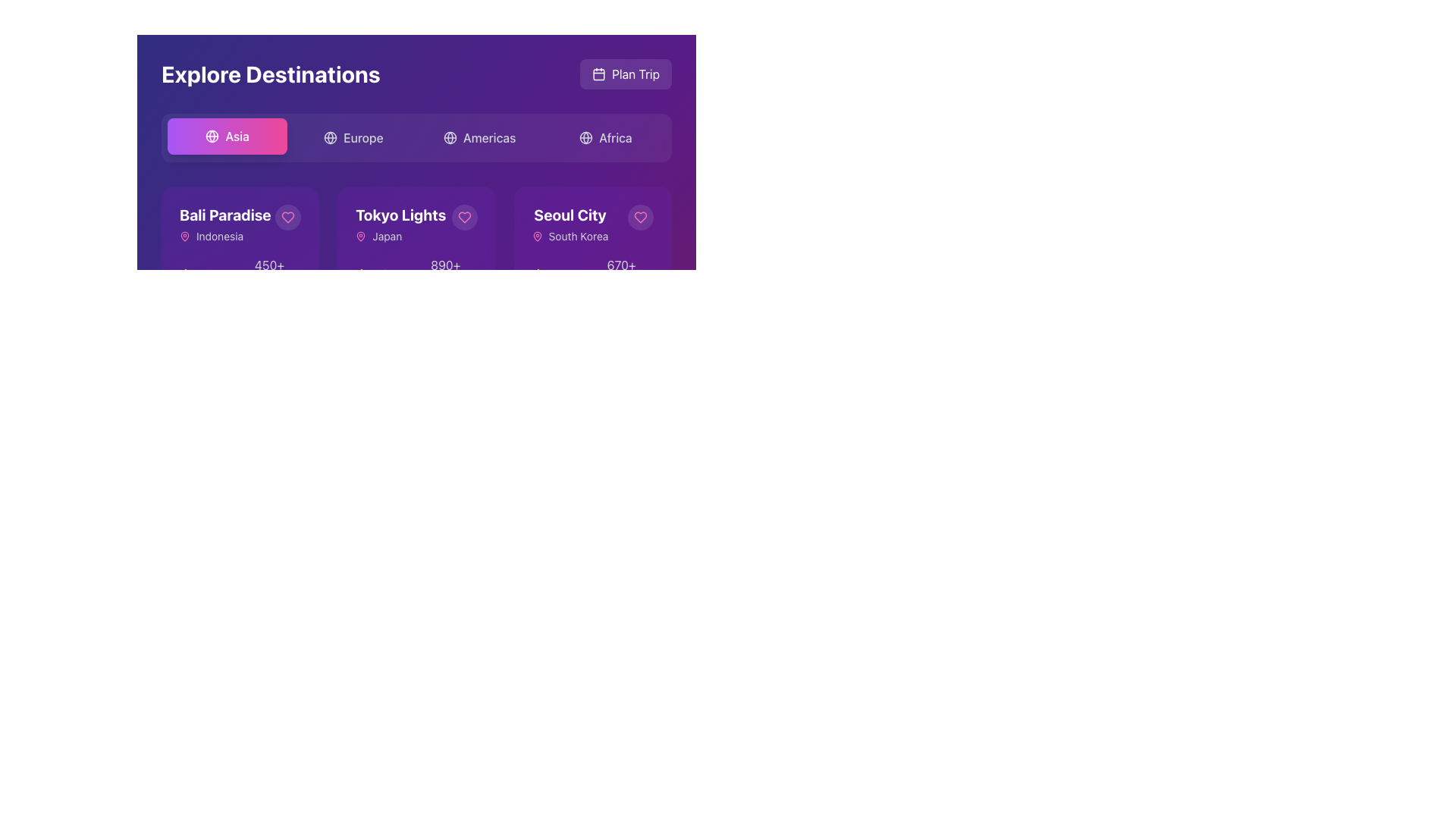  I want to click on the circular globe icon that represents the 'Africa' option, so click(585, 137).